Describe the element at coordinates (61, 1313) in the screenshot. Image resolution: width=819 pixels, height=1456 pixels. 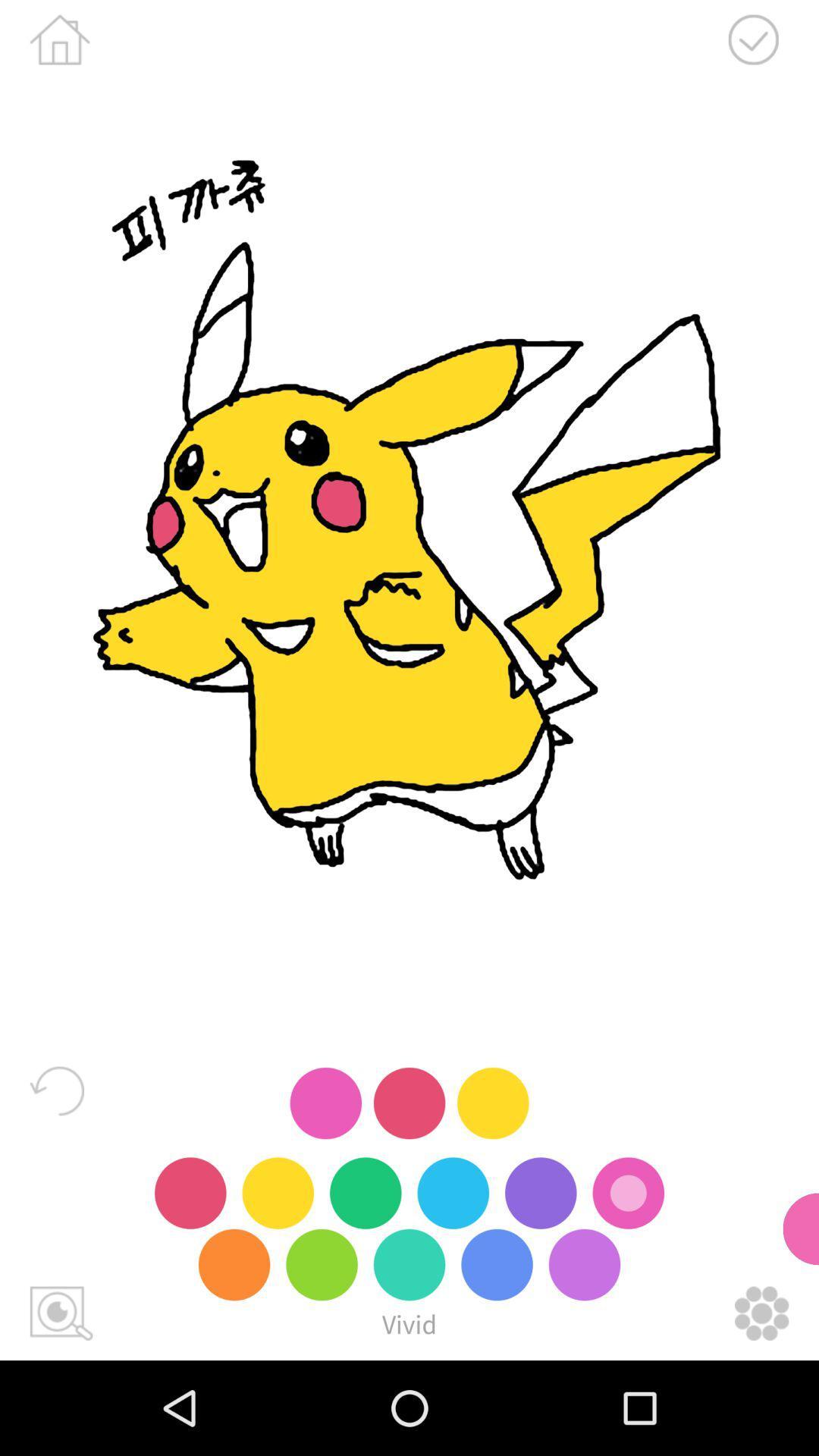
I see `the search icon` at that location.